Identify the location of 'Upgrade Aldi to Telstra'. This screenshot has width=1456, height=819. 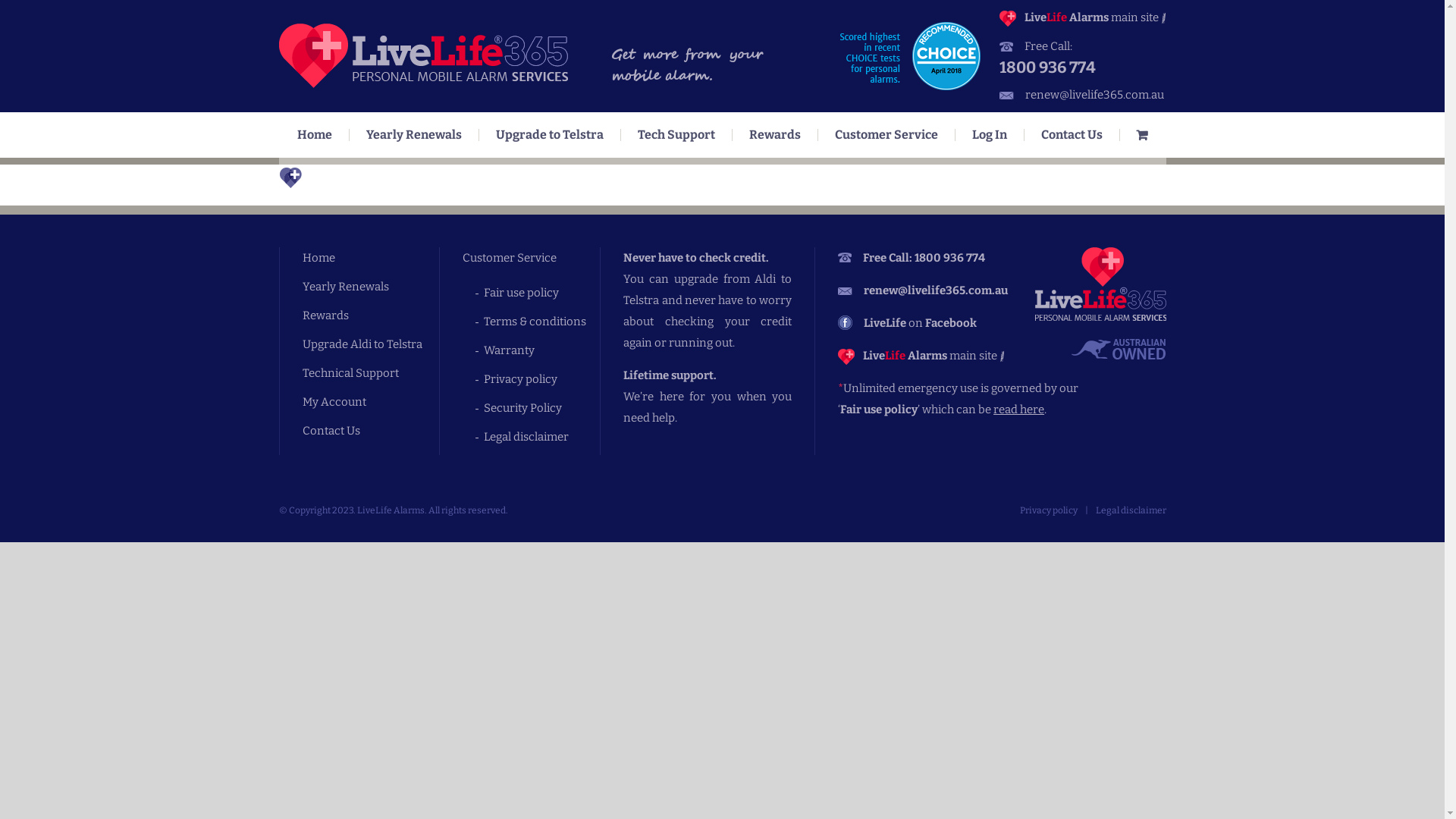
(370, 344).